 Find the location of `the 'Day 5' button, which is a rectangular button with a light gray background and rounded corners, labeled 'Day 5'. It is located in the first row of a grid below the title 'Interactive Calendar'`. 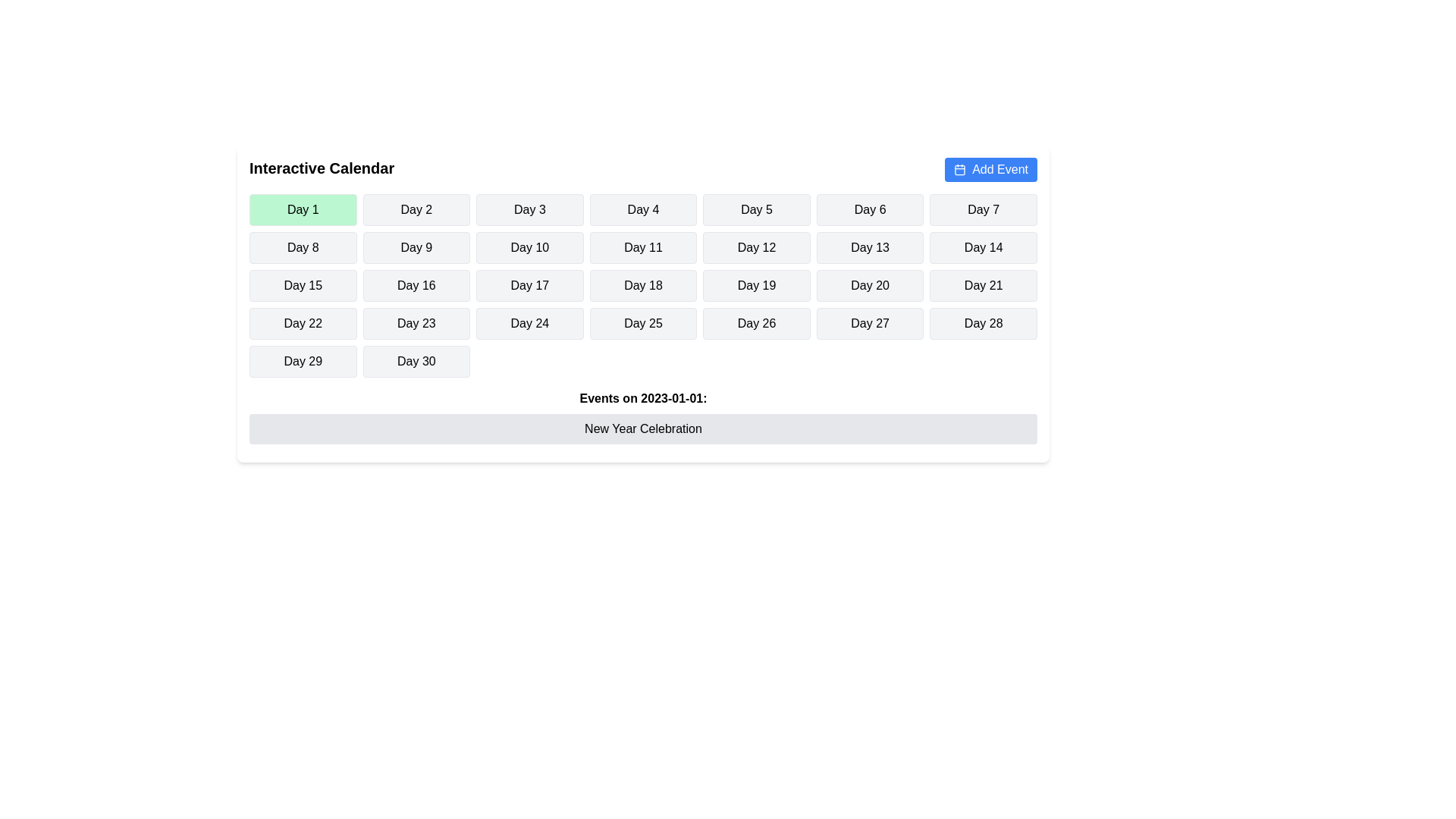

the 'Day 5' button, which is a rectangular button with a light gray background and rounded corners, labeled 'Day 5'. It is located in the first row of a grid below the title 'Interactive Calendar' is located at coordinates (757, 210).